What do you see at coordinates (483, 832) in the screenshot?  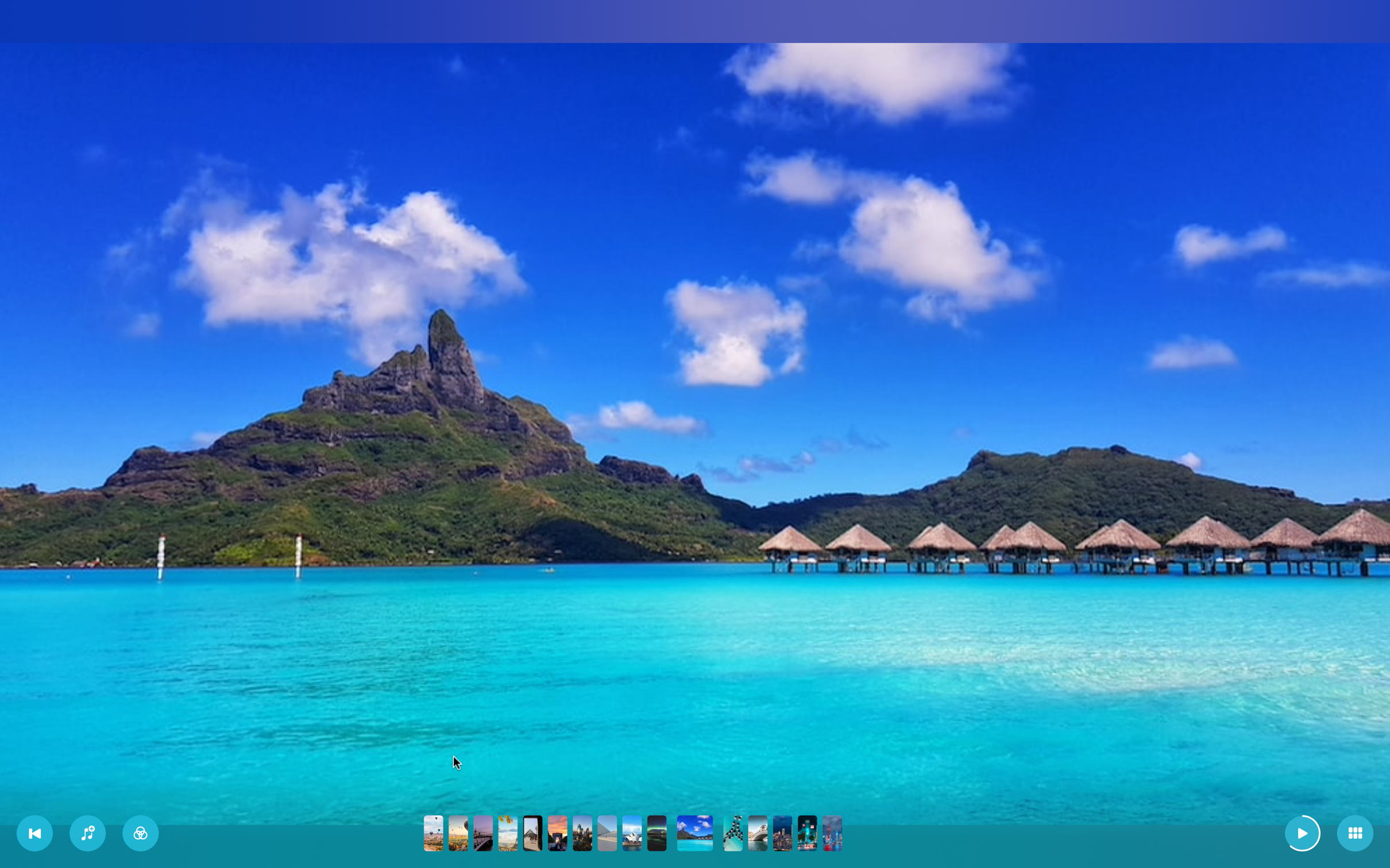 I see `Jump directly to the third slide in the slideshow` at bounding box center [483, 832].